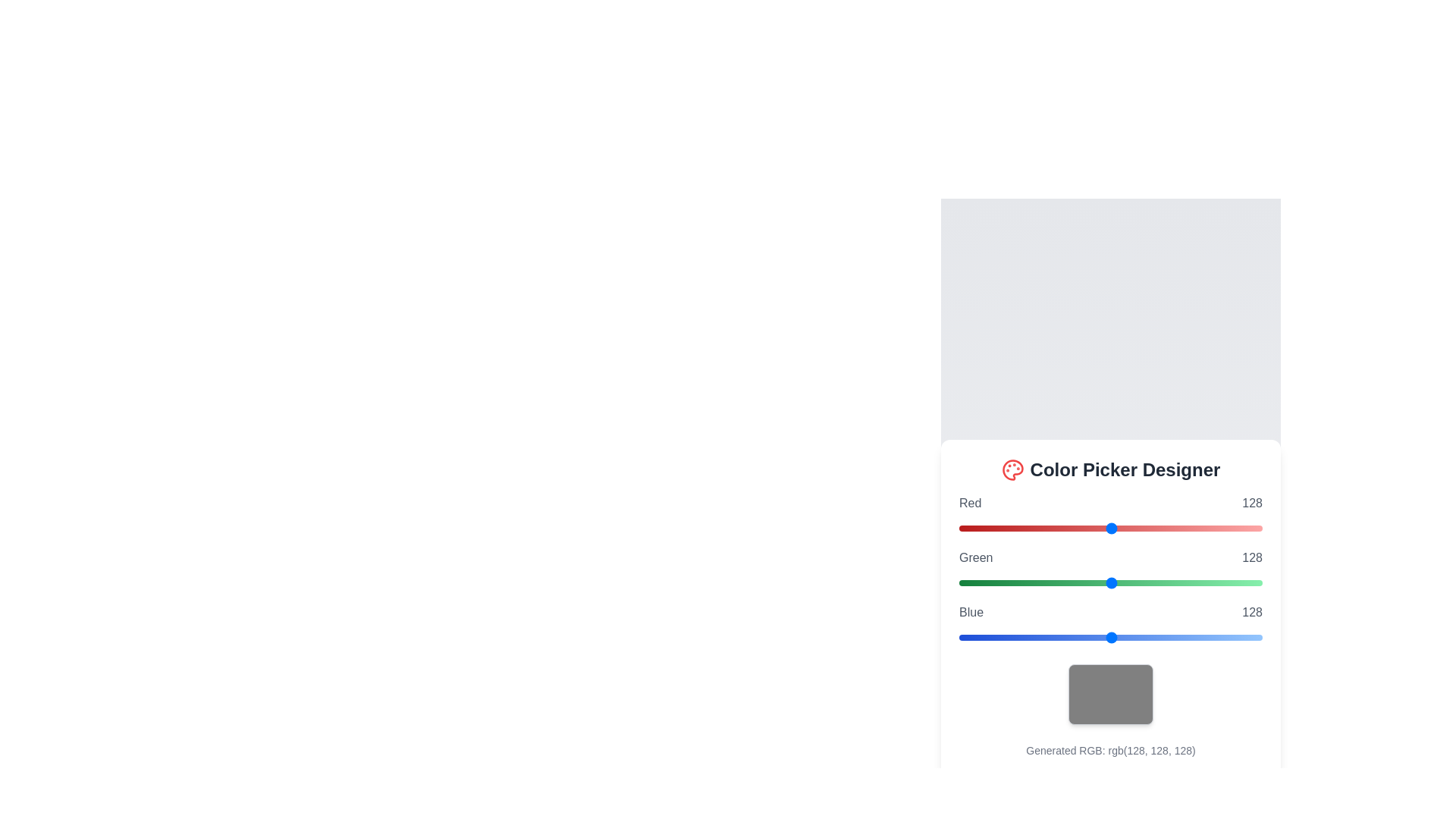 The height and width of the screenshot is (819, 1456). I want to click on the blue slider to set its value to 92, so click(1068, 637).